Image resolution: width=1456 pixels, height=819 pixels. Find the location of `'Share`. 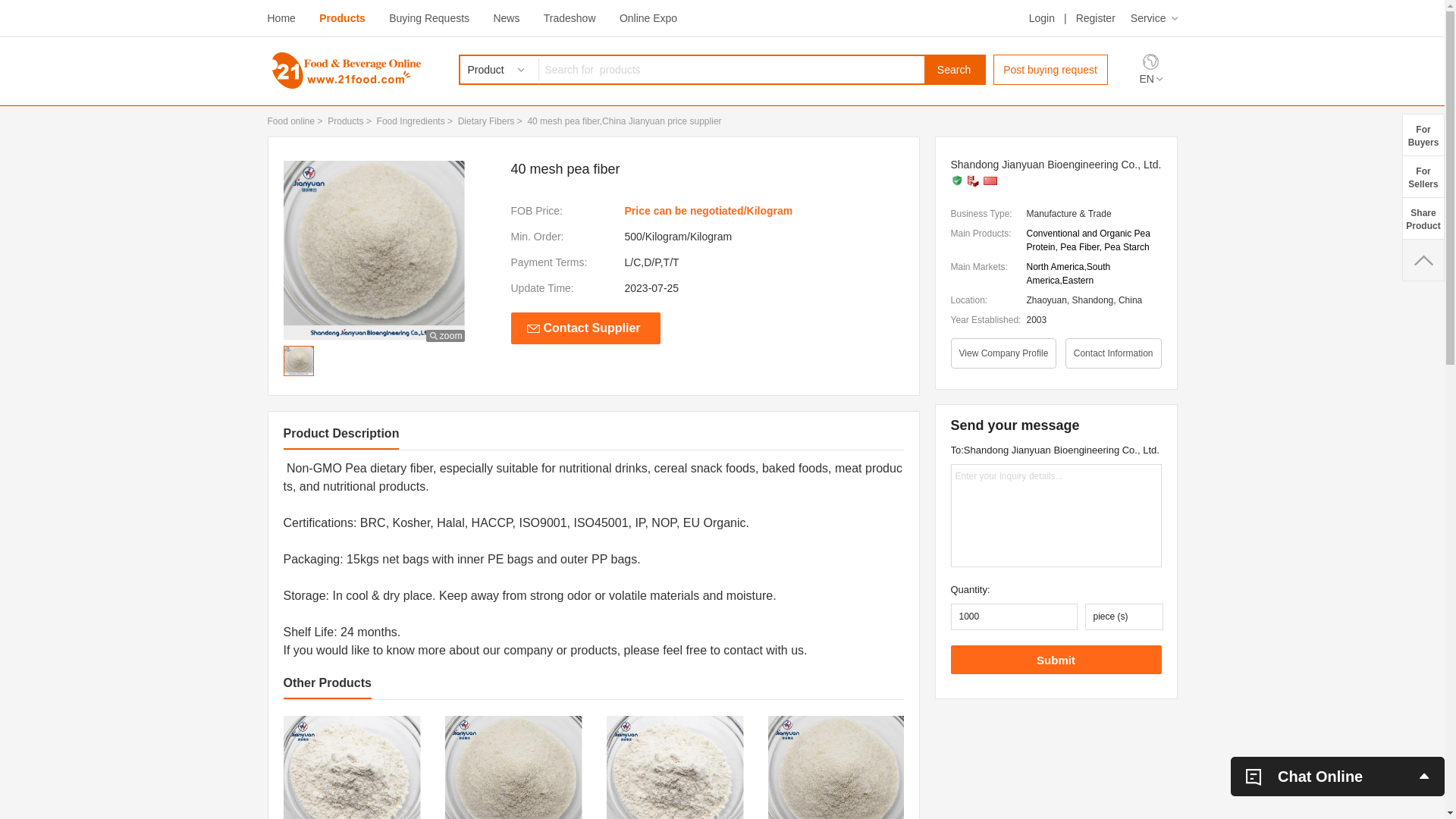

'Share is located at coordinates (1422, 218).